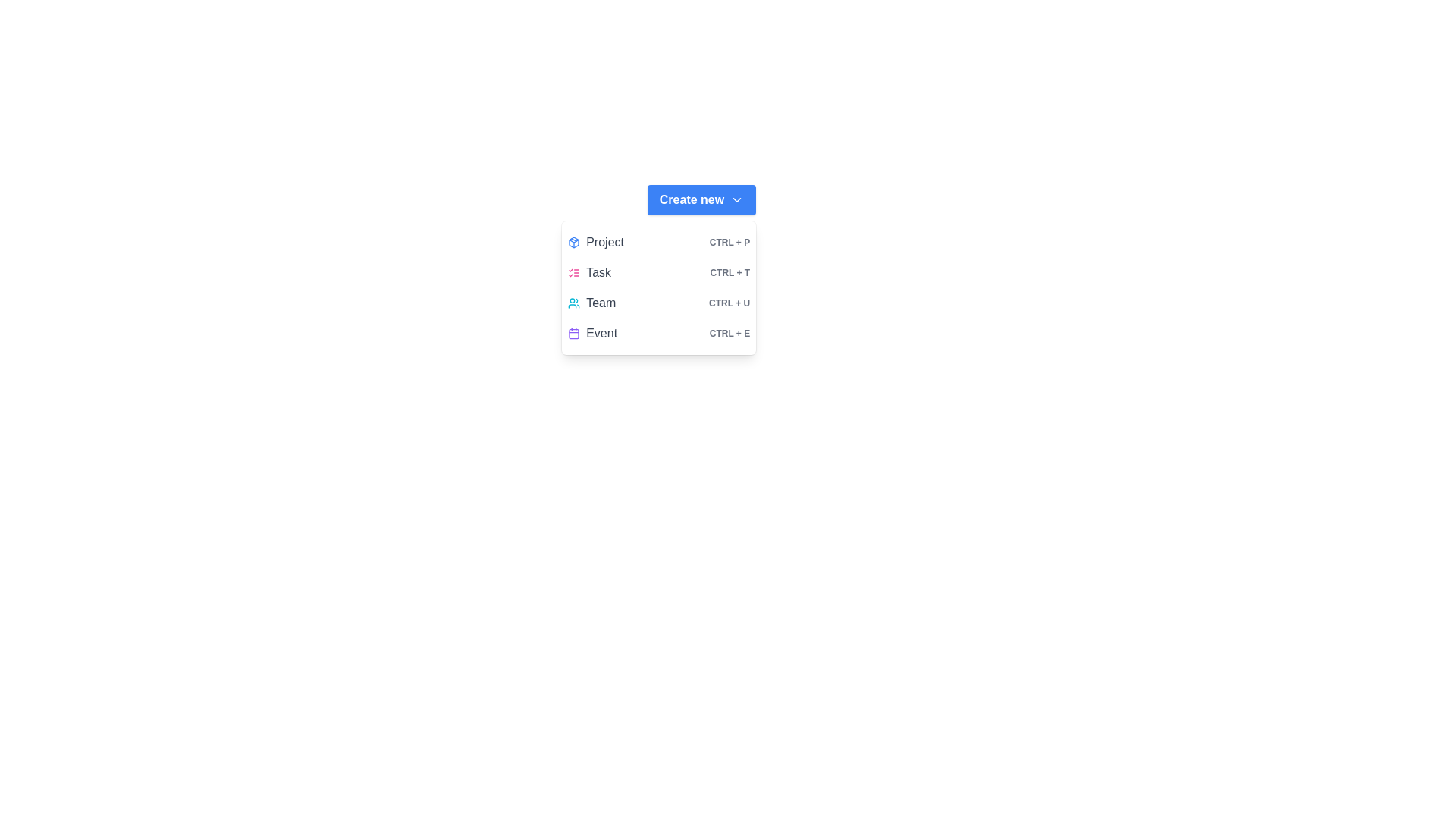 The height and width of the screenshot is (819, 1456). What do you see at coordinates (573, 333) in the screenshot?
I see `the 'Event' icon` at bounding box center [573, 333].